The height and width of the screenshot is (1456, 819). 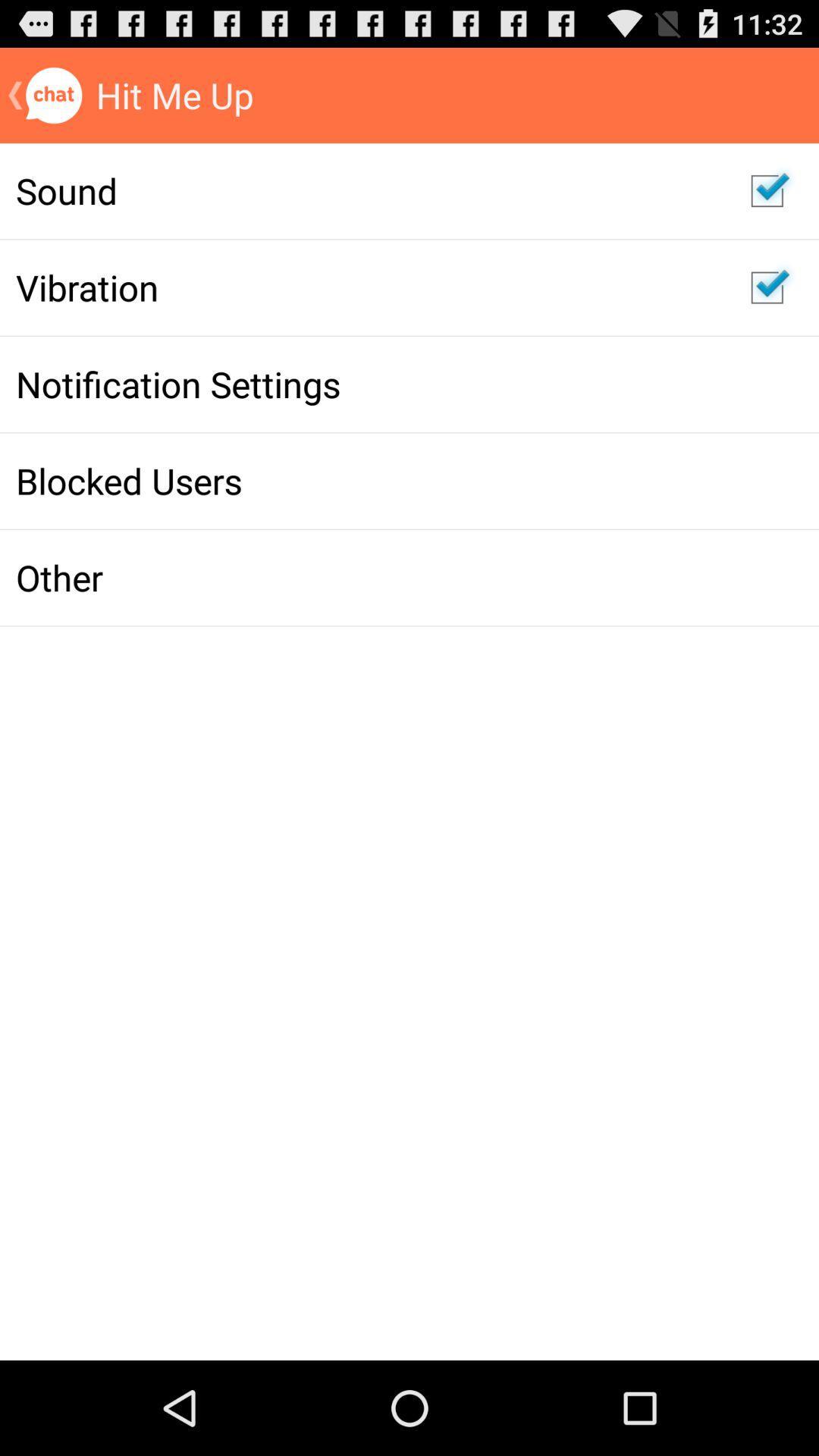 What do you see at coordinates (767, 287) in the screenshot?
I see `vibration mode is on` at bounding box center [767, 287].